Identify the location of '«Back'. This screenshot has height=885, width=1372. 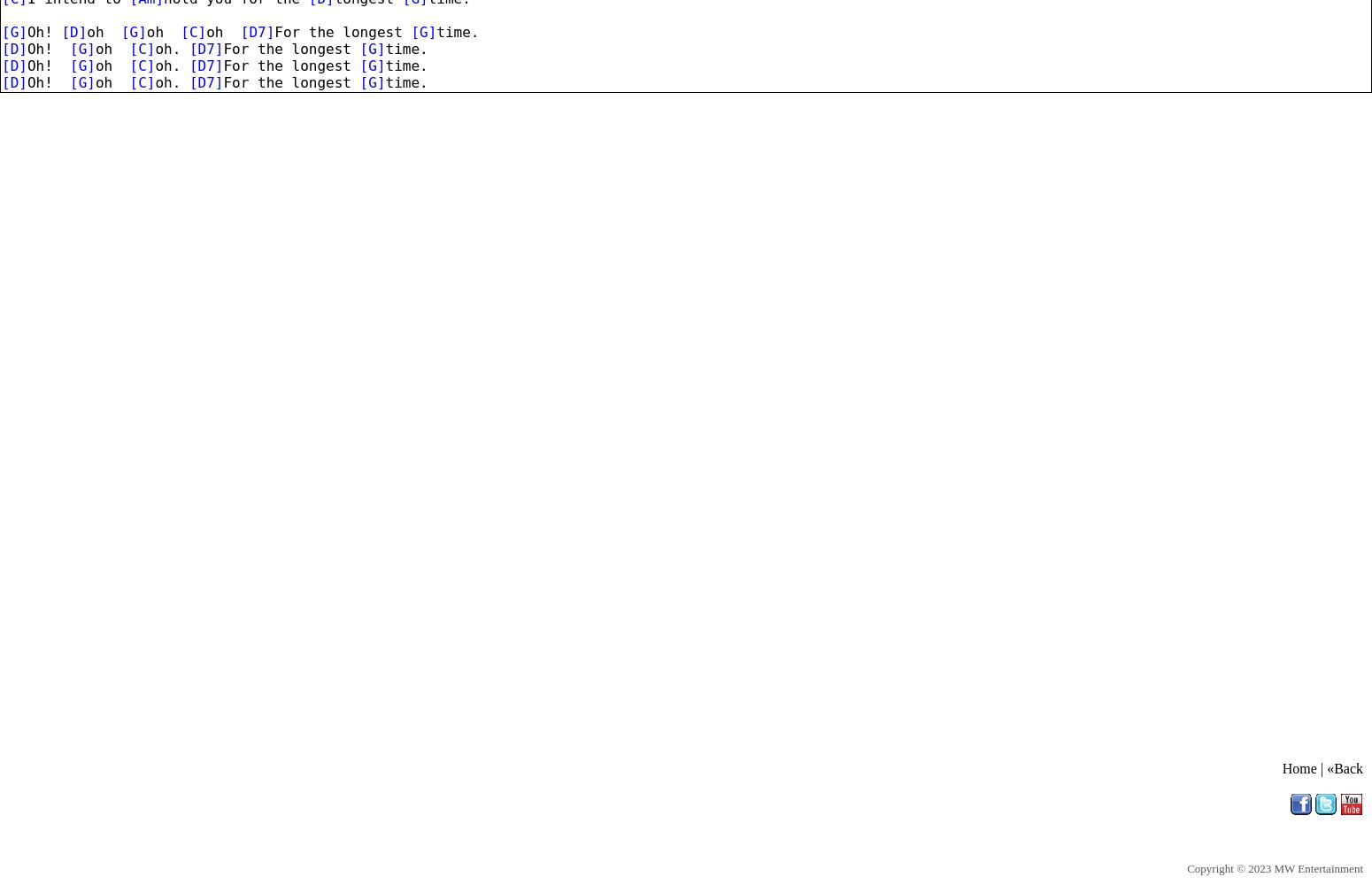
(1345, 767).